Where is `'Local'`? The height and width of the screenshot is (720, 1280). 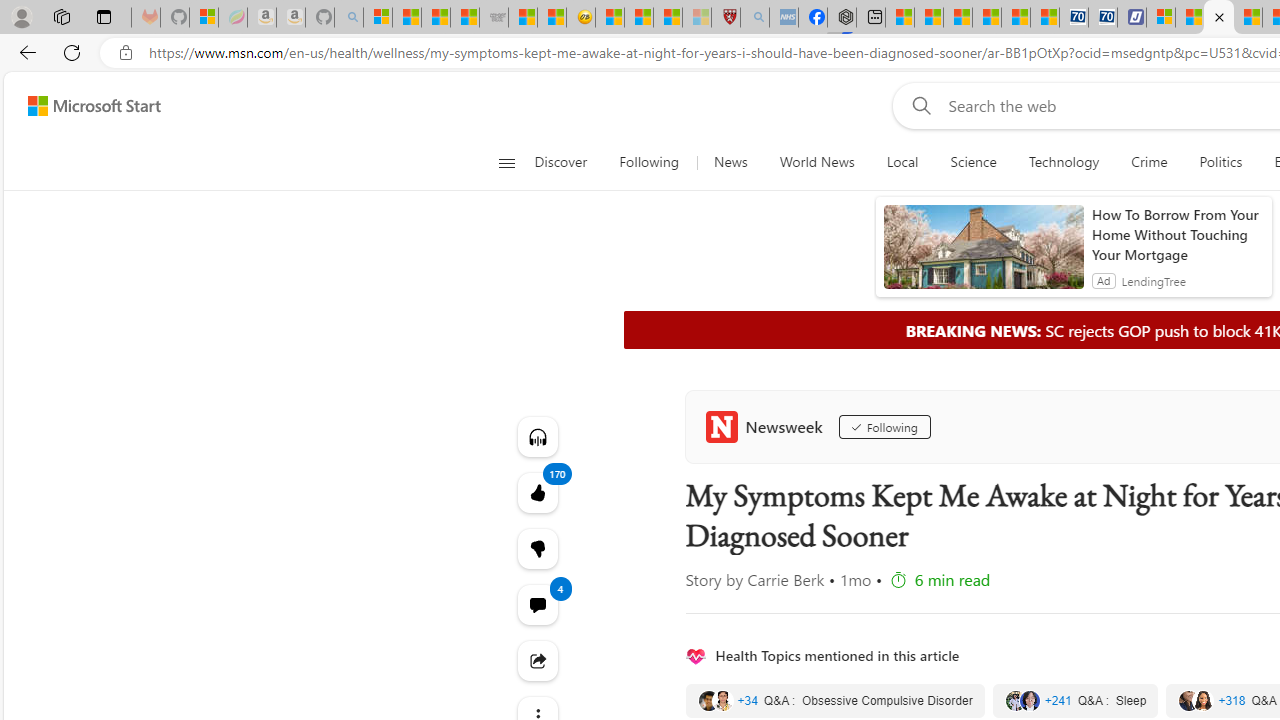 'Local' is located at coordinates (901, 162).